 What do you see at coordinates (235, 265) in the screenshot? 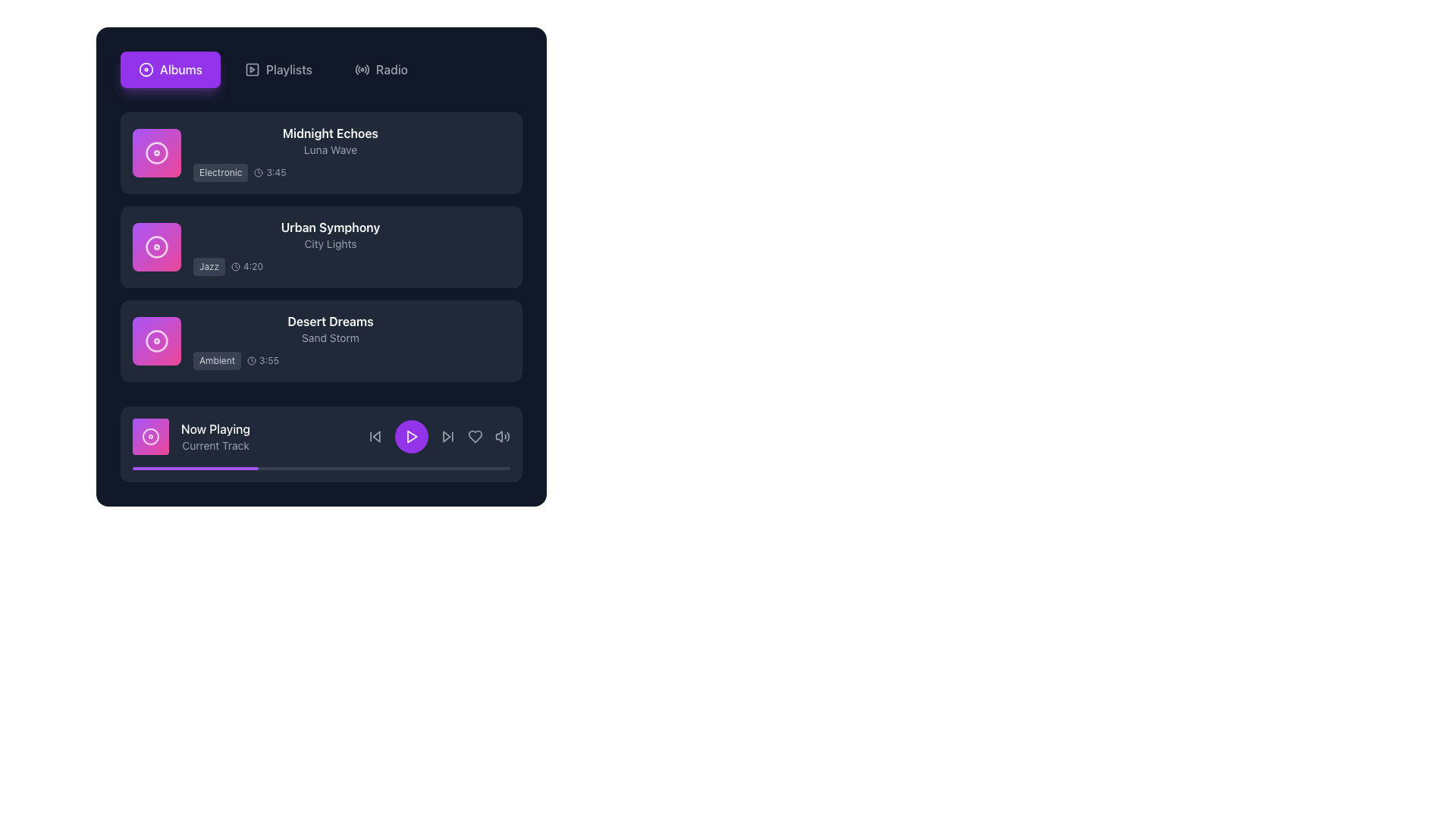
I see `the decorative circle within the SVG graphic of the clock icon, which is located to the left of the duration text '4:20' for the track 'Urban Symphony'` at bounding box center [235, 265].